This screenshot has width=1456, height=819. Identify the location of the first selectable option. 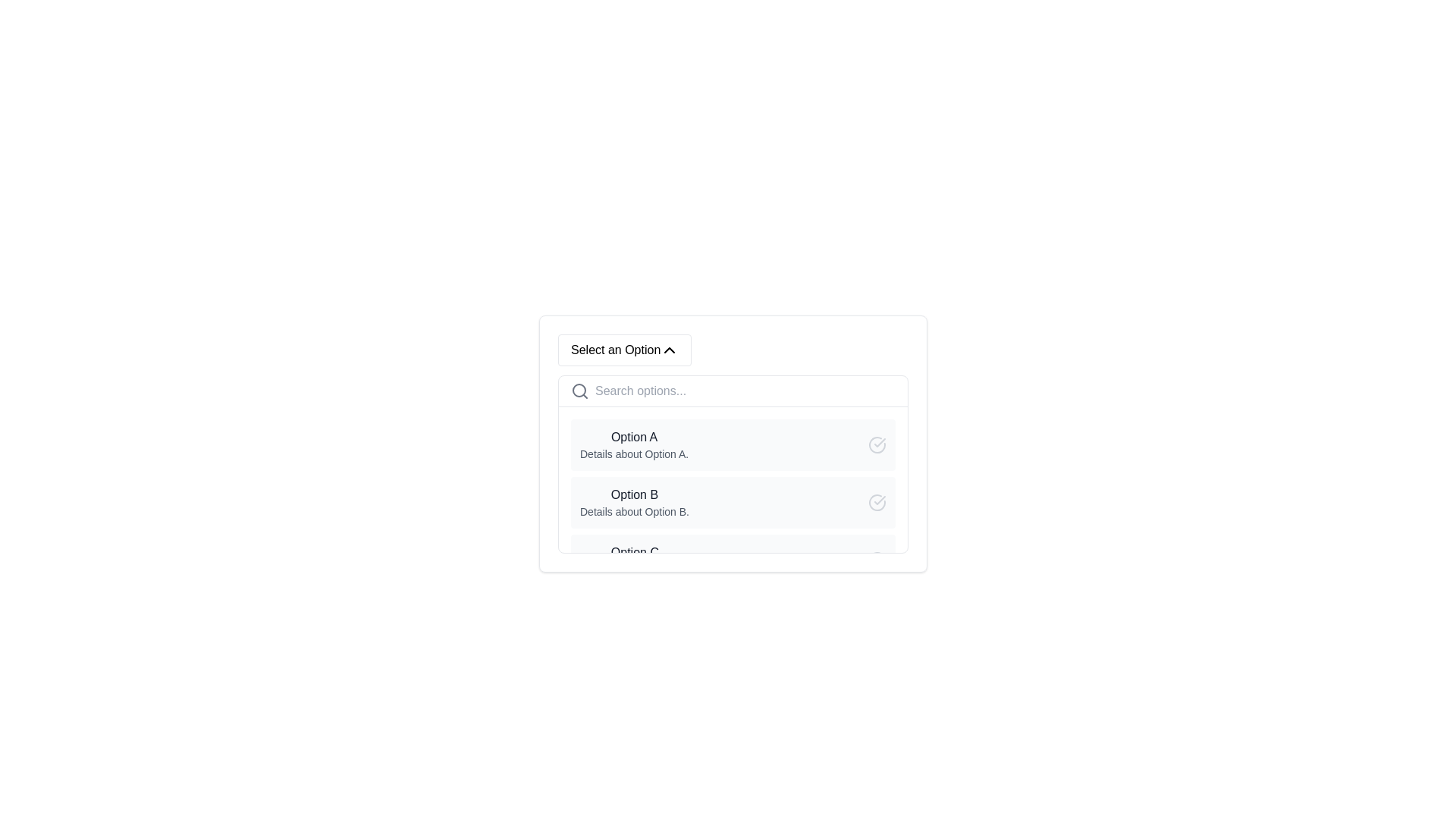
(733, 444).